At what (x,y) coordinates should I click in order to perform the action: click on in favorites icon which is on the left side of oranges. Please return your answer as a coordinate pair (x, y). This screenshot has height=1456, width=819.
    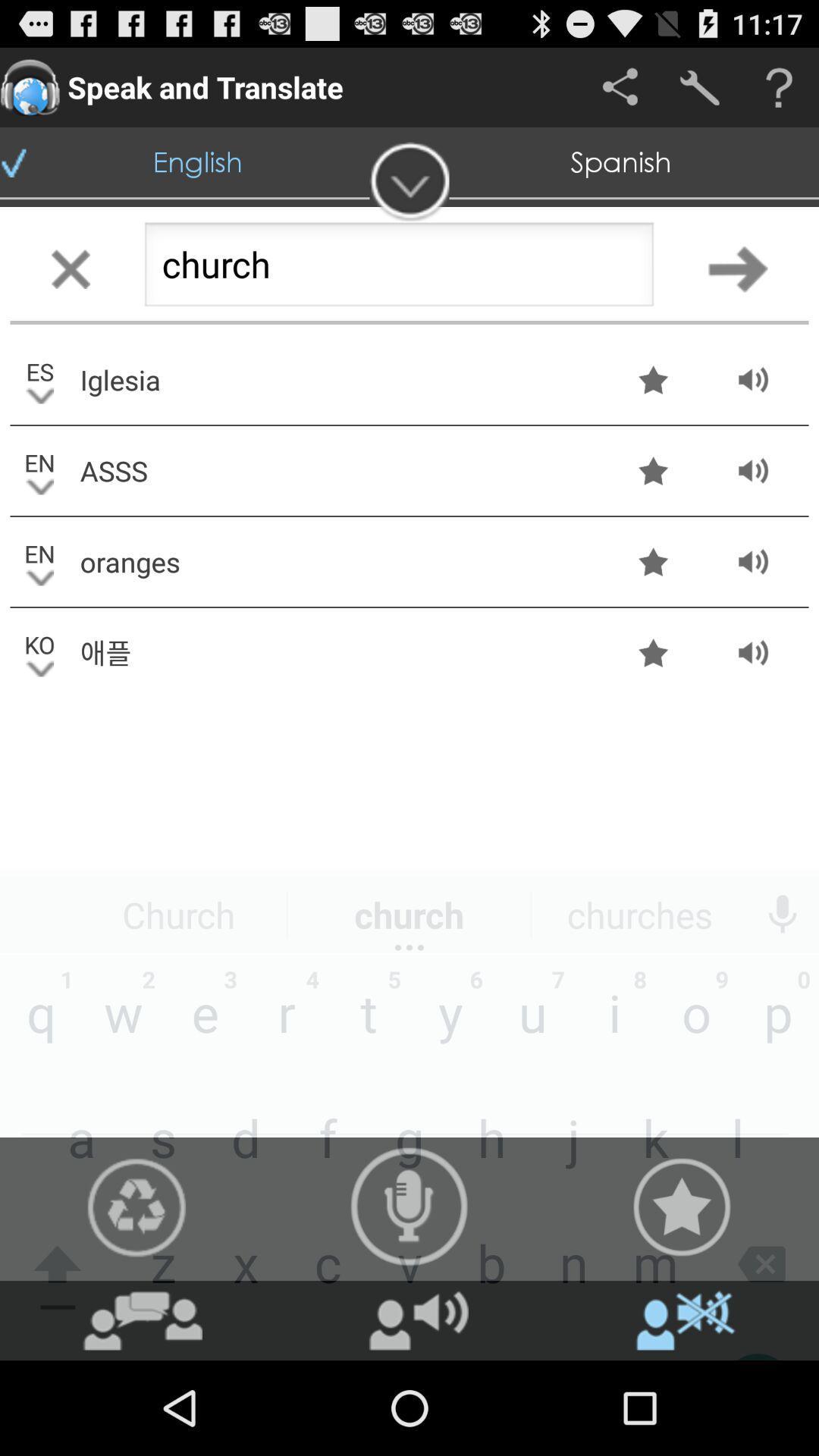
    Looking at the image, I should click on (652, 560).